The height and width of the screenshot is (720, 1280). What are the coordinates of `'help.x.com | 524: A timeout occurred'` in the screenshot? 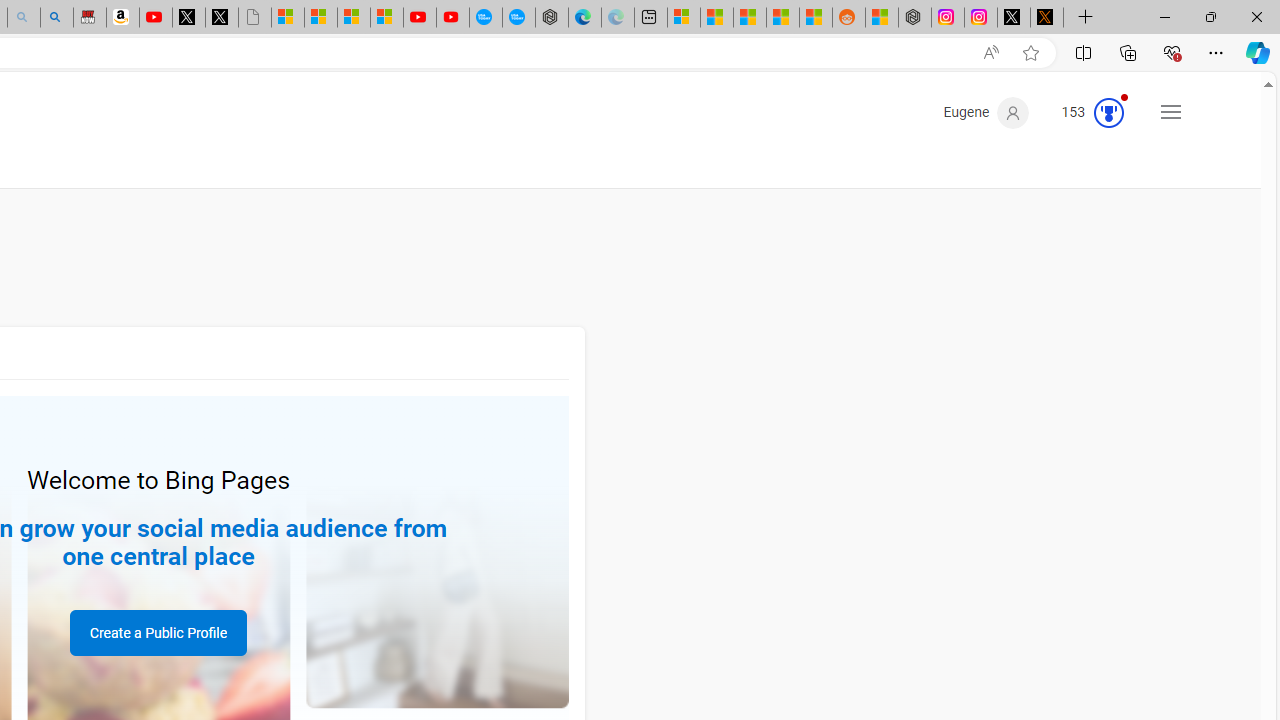 It's located at (1046, 17).